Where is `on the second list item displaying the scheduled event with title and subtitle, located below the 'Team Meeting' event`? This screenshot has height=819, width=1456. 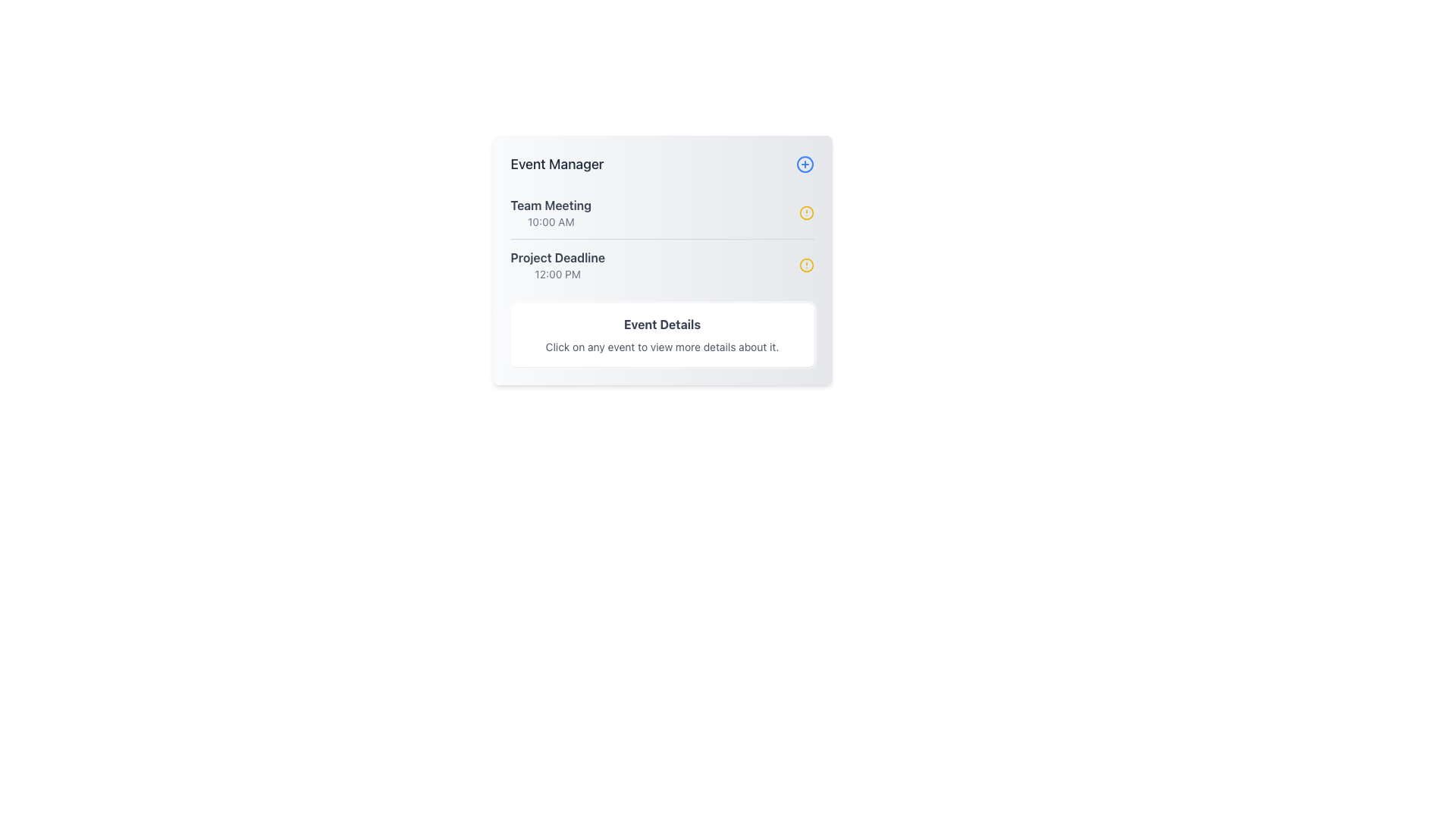
on the second list item displaying the scheduled event with title and subtitle, located below the 'Team Meeting' event is located at coordinates (662, 264).